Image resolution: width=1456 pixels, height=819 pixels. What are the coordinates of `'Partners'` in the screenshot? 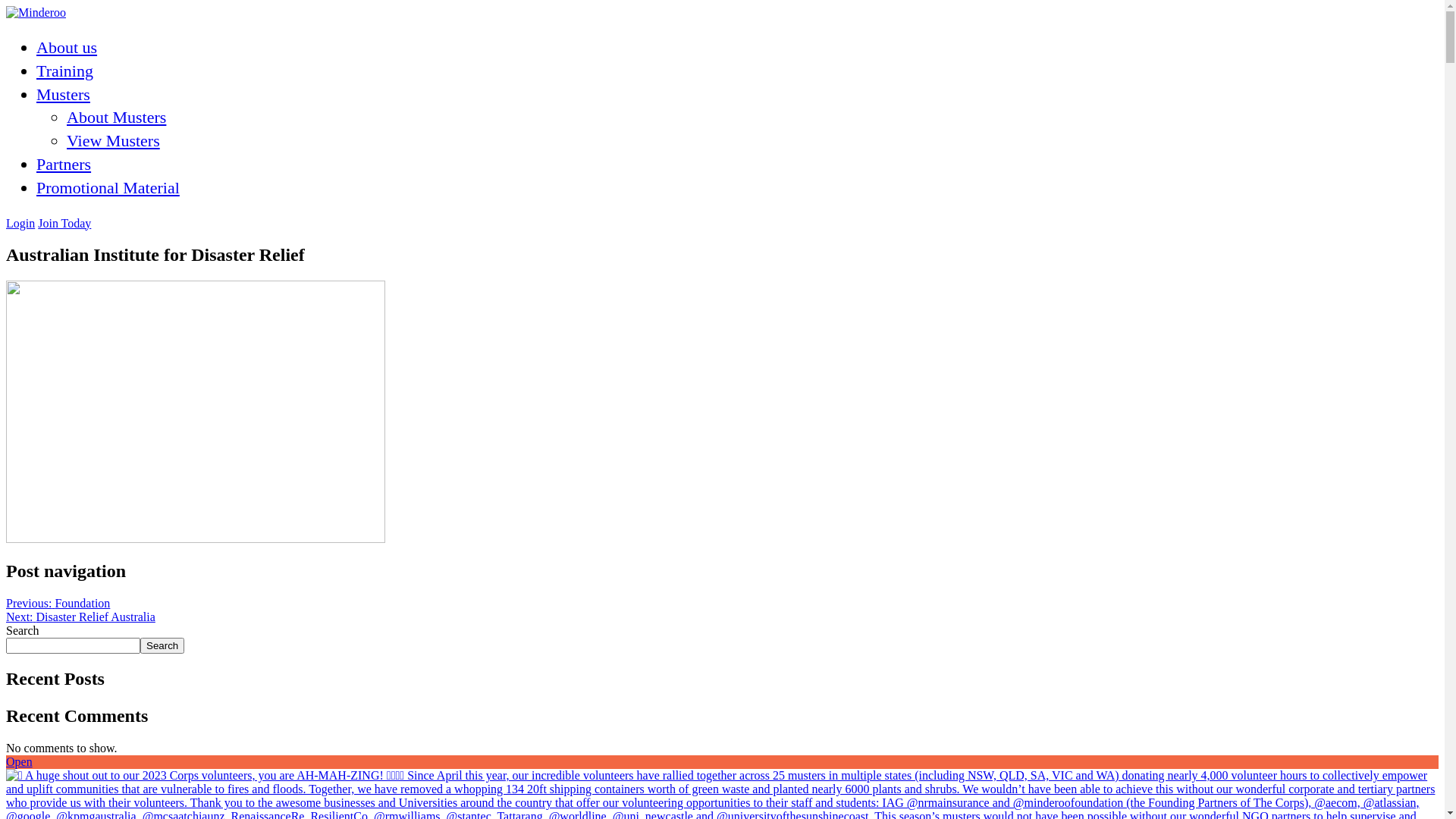 It's located at (36, 164).